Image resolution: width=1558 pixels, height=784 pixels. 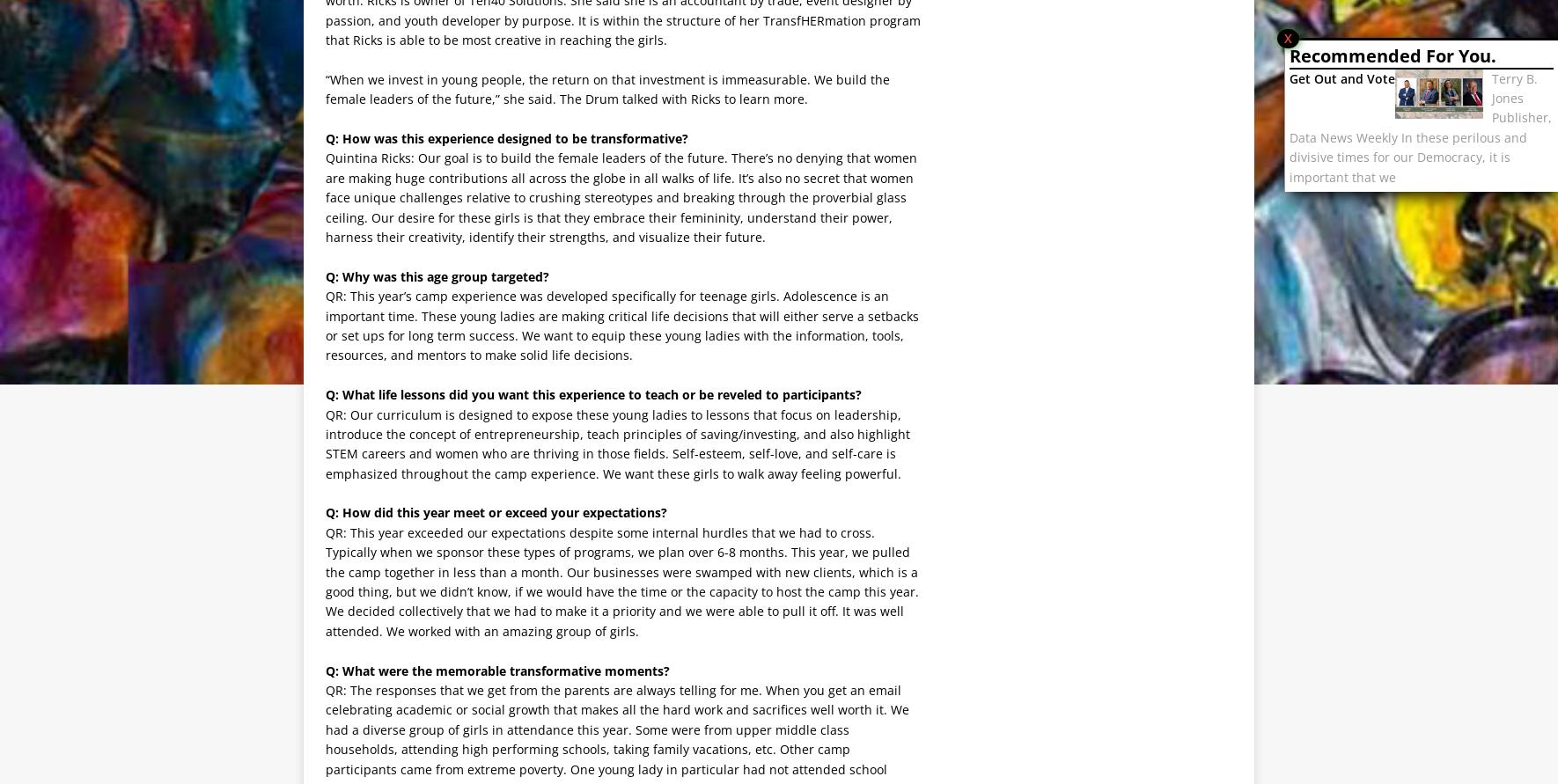 What do you see at coordinates (1420, 126) in the screenshot?
I see `'Terry B. Jones Publisher, Data News Weekly

In these perilous and divisive times for our Democracy, it is important that we'` at bounding box center [1420, 126].